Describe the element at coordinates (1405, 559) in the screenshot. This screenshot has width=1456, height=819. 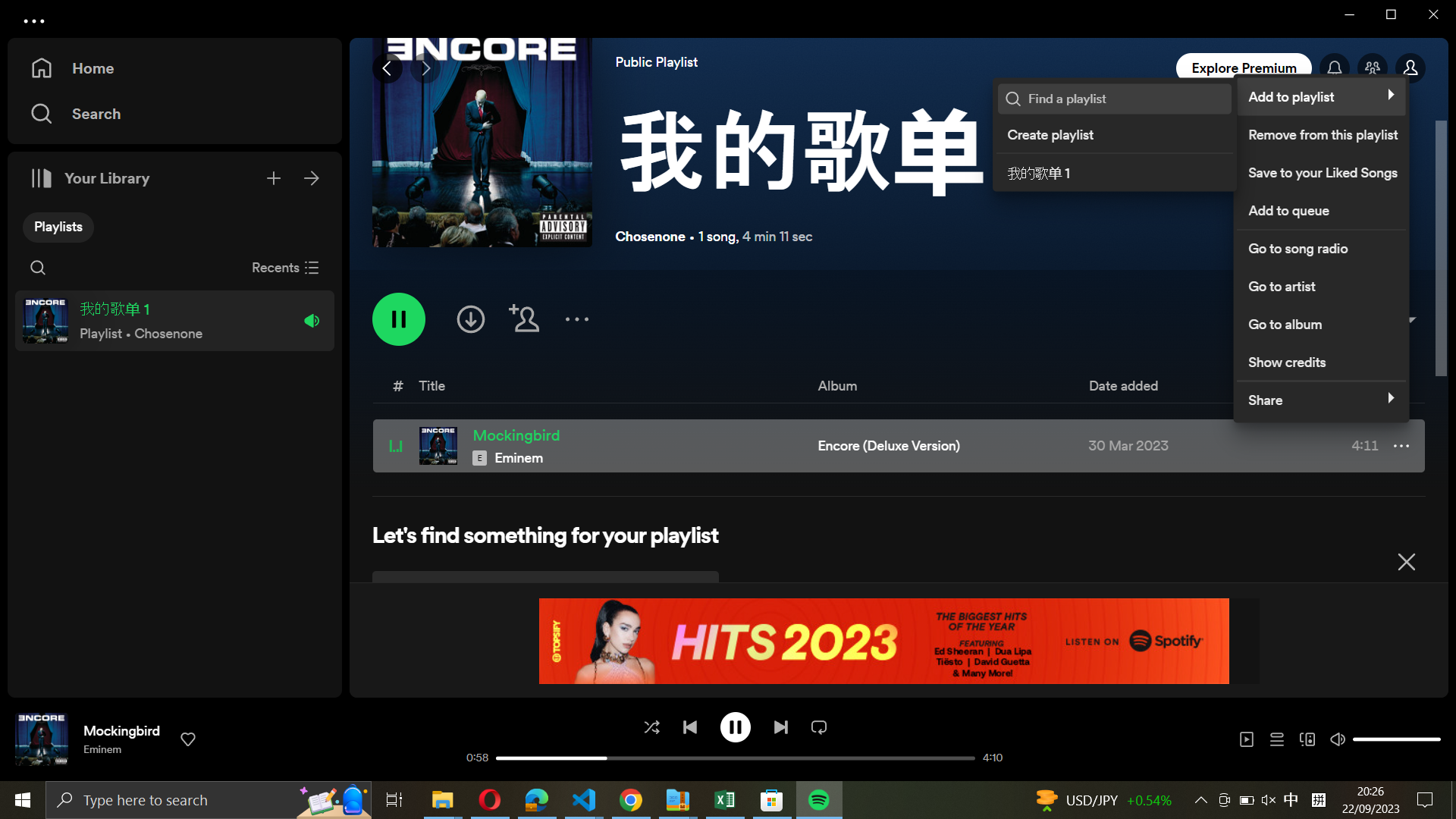
I see `Terminate the ad display` at that location.